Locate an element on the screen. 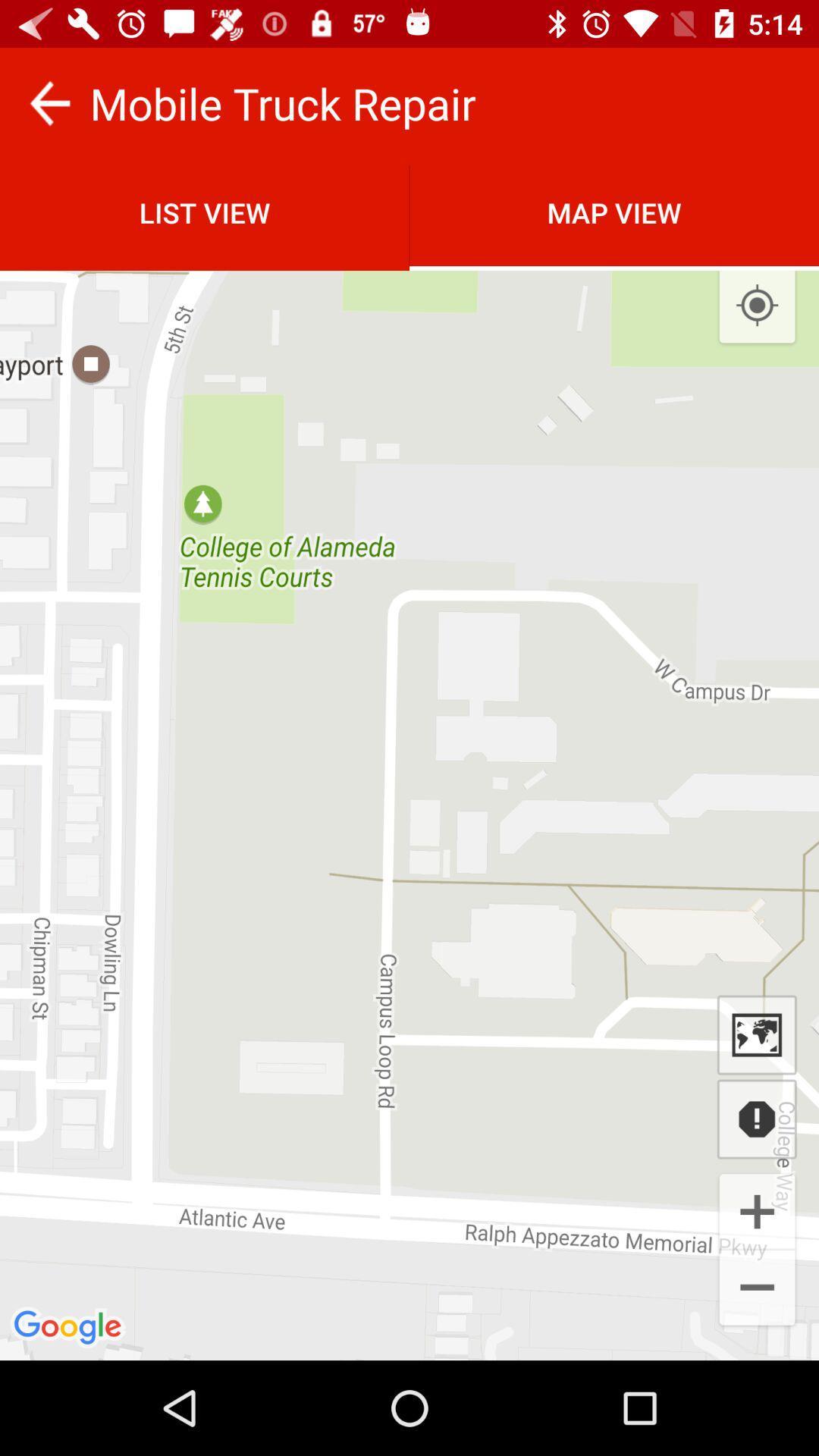 The height and width of the screenshot is (1456, 819). go back is located at coordinates (49, 102).